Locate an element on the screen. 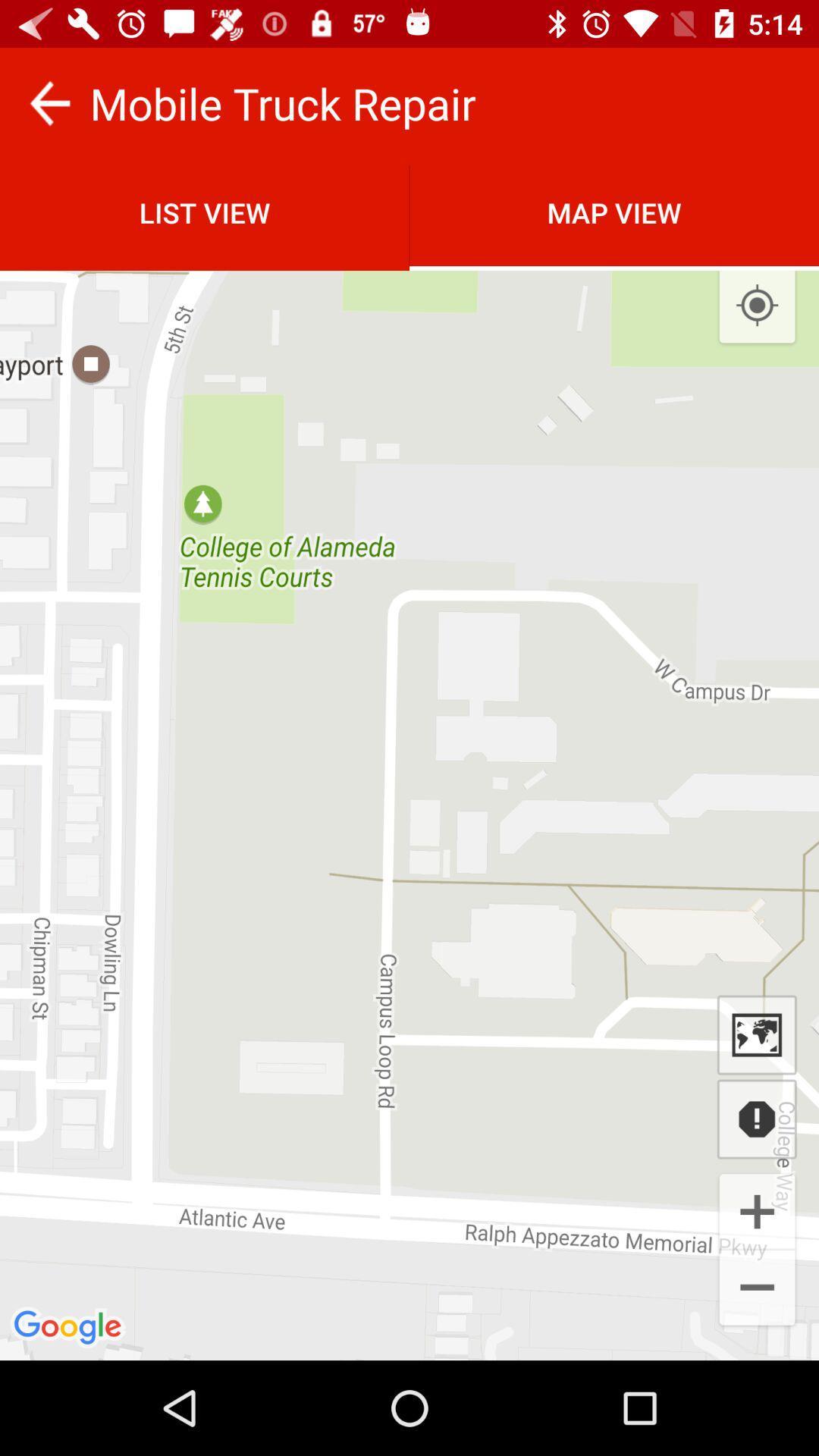 The height and width of the screenshot is (1456, 819). go back is located at coordinates (49, 102).